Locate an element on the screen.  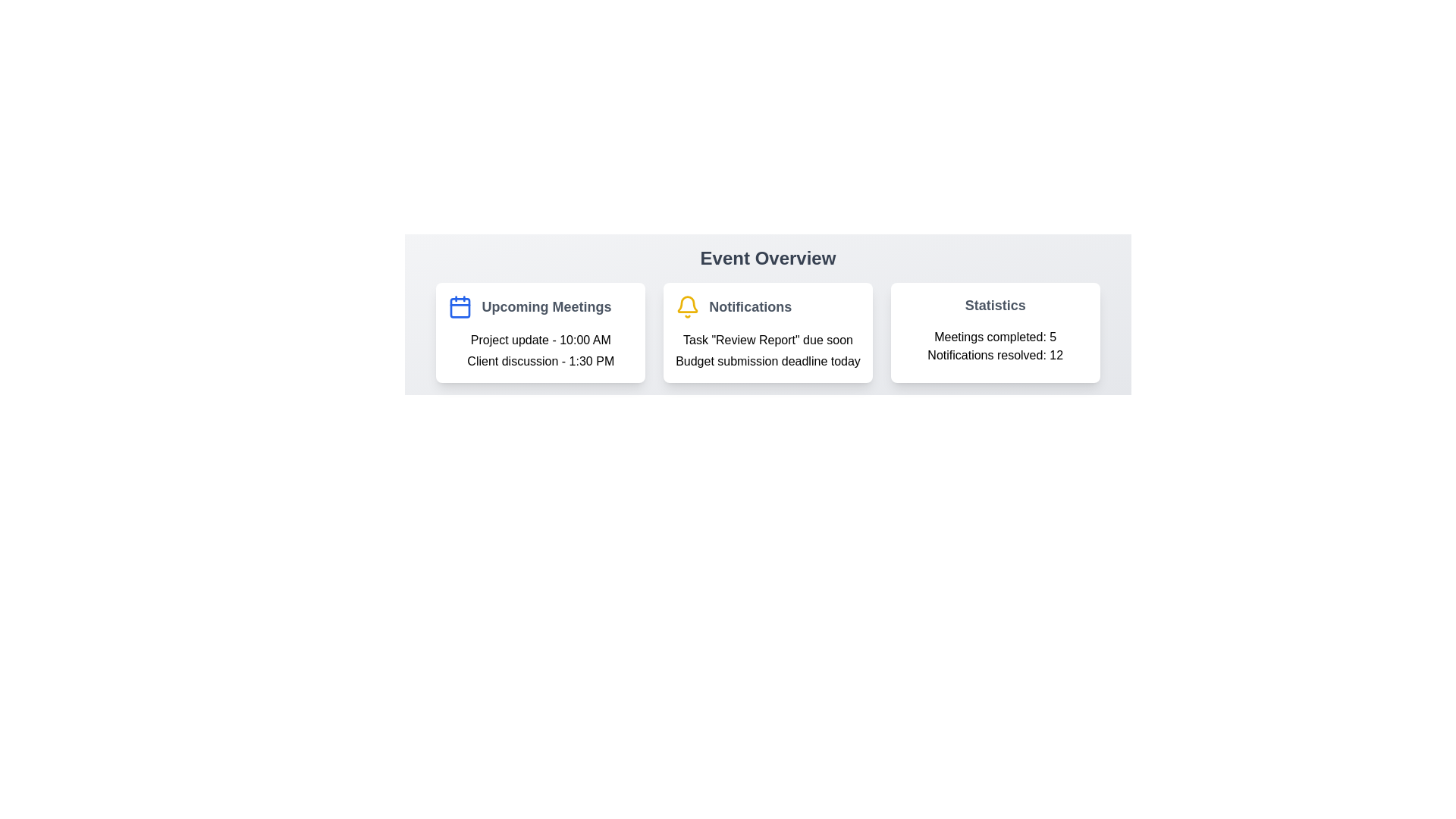
informational text notifying the user about the budget submission deadline located in the notification card under the header 'Event Overview', specifically the second line of text below 'Task "Review Report" due soon' is located at coordinates (767, 362).